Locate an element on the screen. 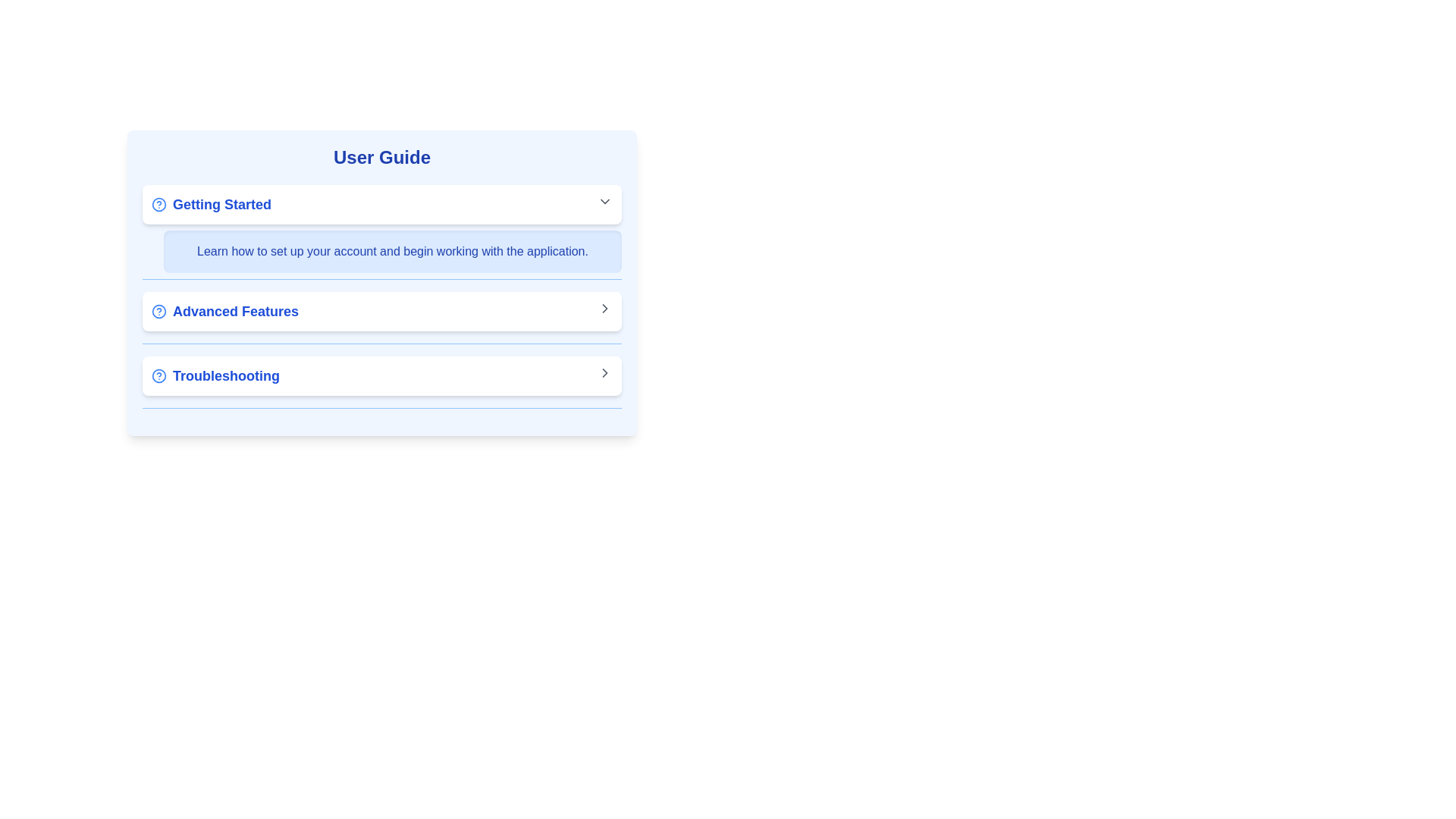 This screenshot has width=1456, height=819. the circular blue icon with a question mark inside, located to the left of the 'Advanced Features' label text is located at coordinates (159, 311).